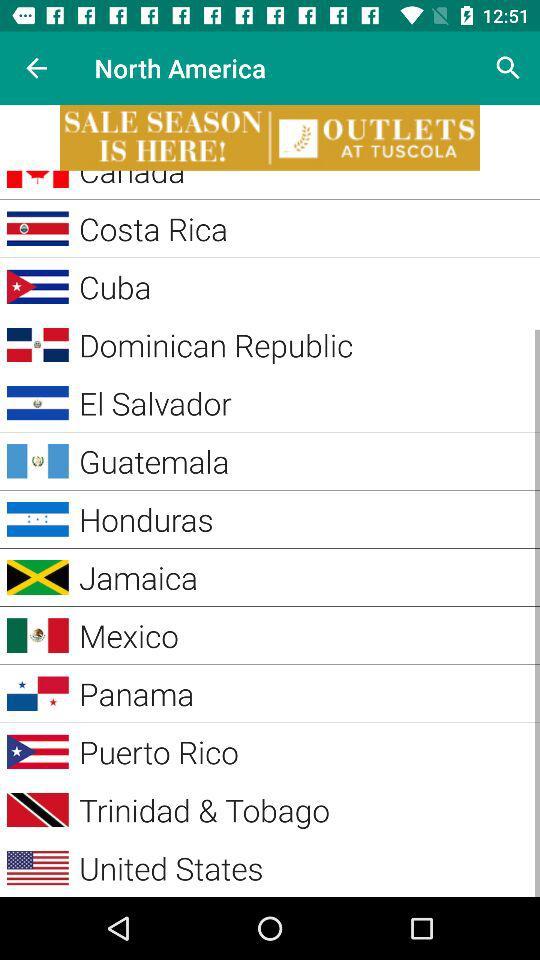  What do you see at coordinates (270, 136) in the screenshot?
I see `advertisement bar` at bounding box center [270, 136].